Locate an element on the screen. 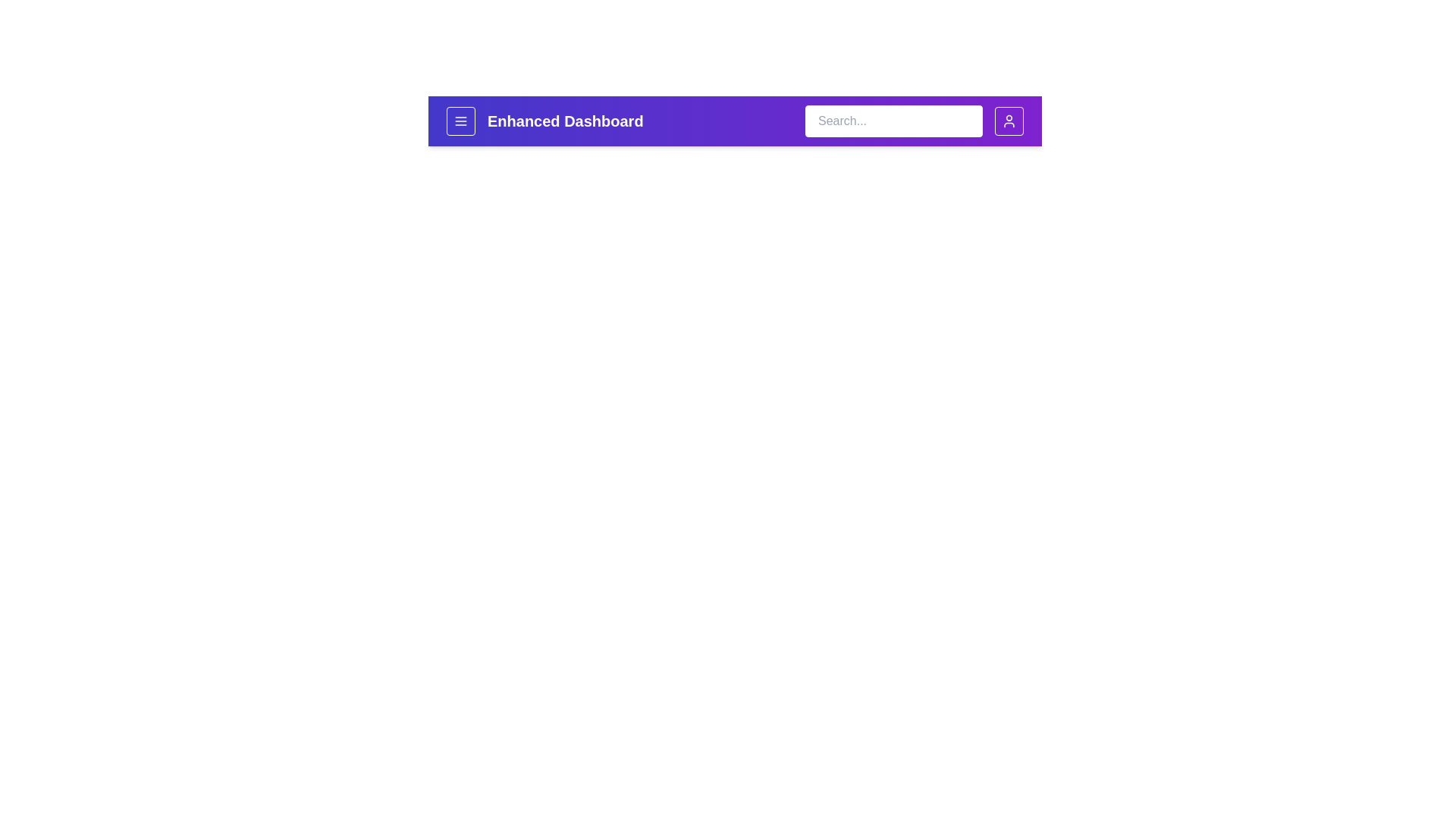  the user profile button is located at coordinates (1009, 120).